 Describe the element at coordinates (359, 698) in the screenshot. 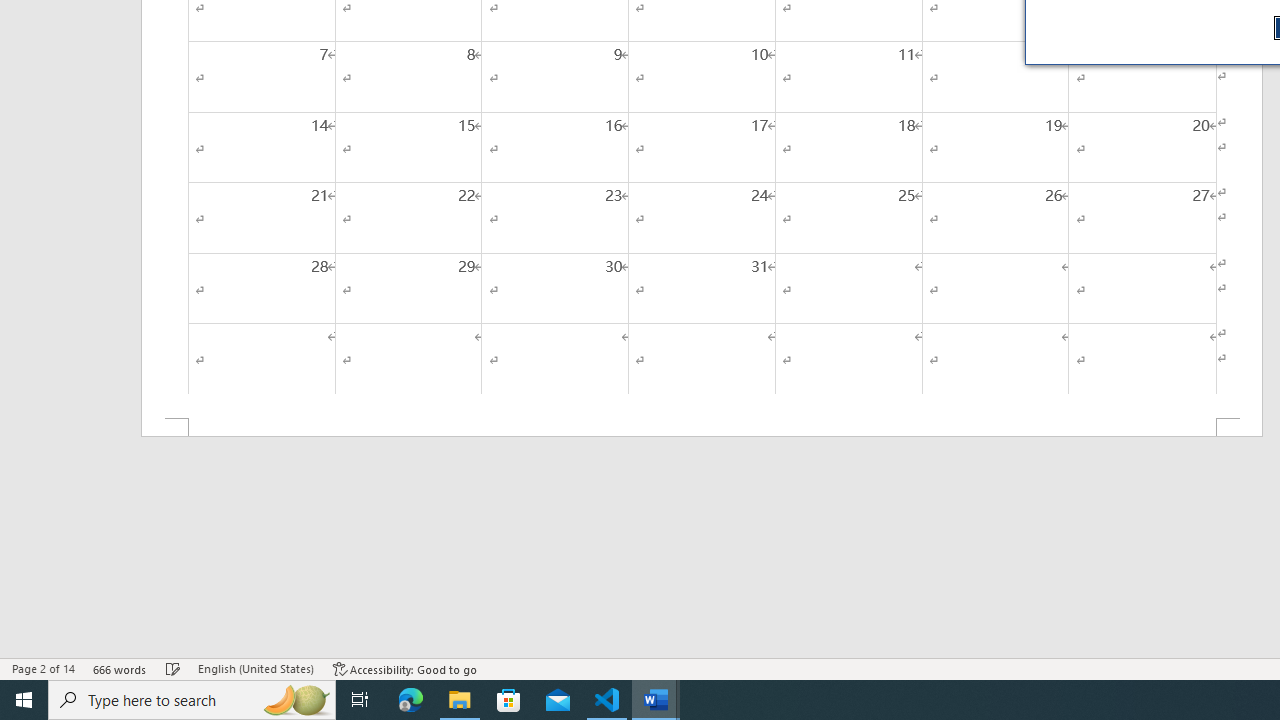

I see `'Task View'` at that location.